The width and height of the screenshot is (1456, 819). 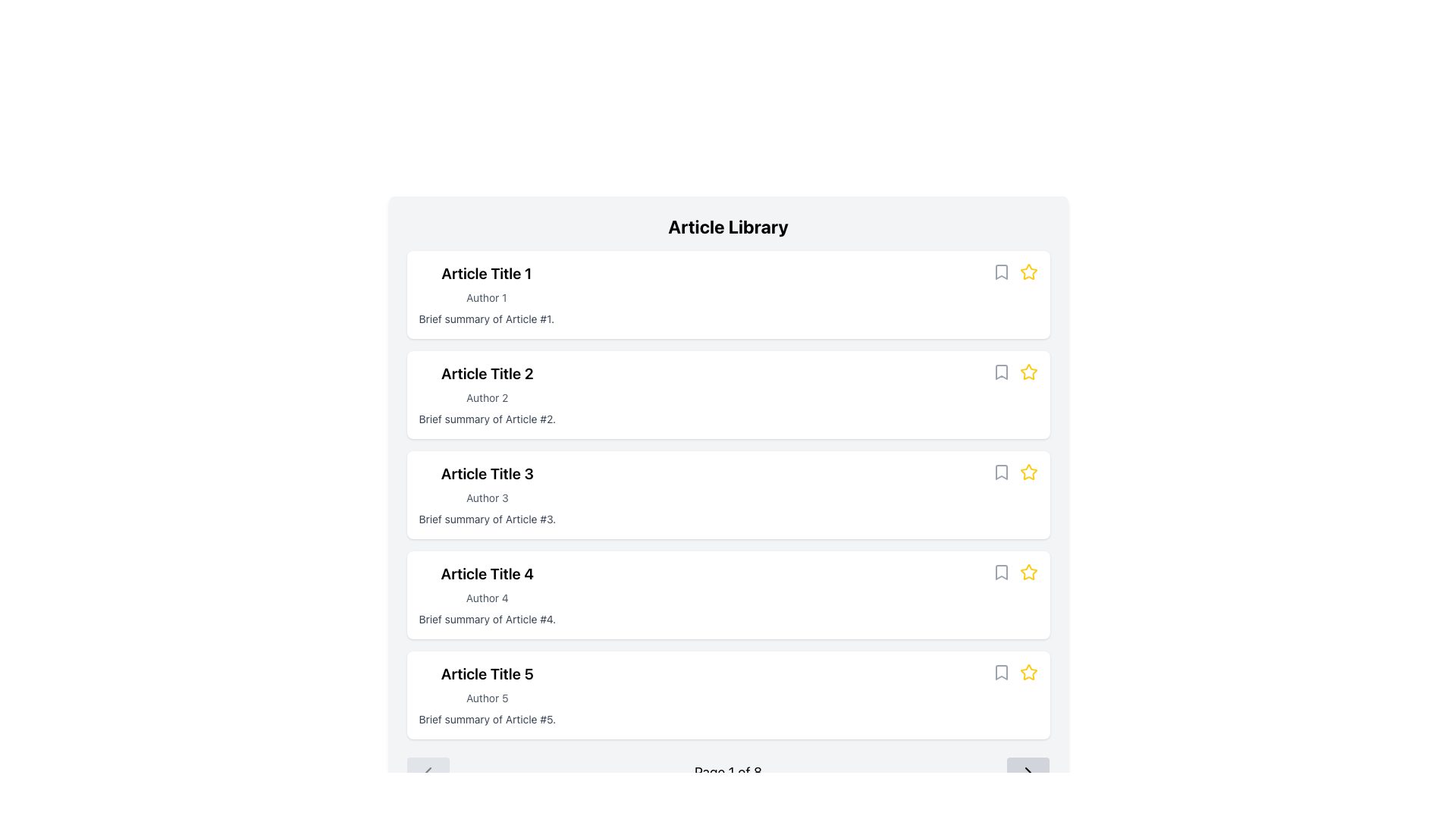 I want to click on the bookmarking button located in the 'Article Title 4' row, positioned to the right of the article's brief summary and near the star icon, so click(x=1001, y=573).